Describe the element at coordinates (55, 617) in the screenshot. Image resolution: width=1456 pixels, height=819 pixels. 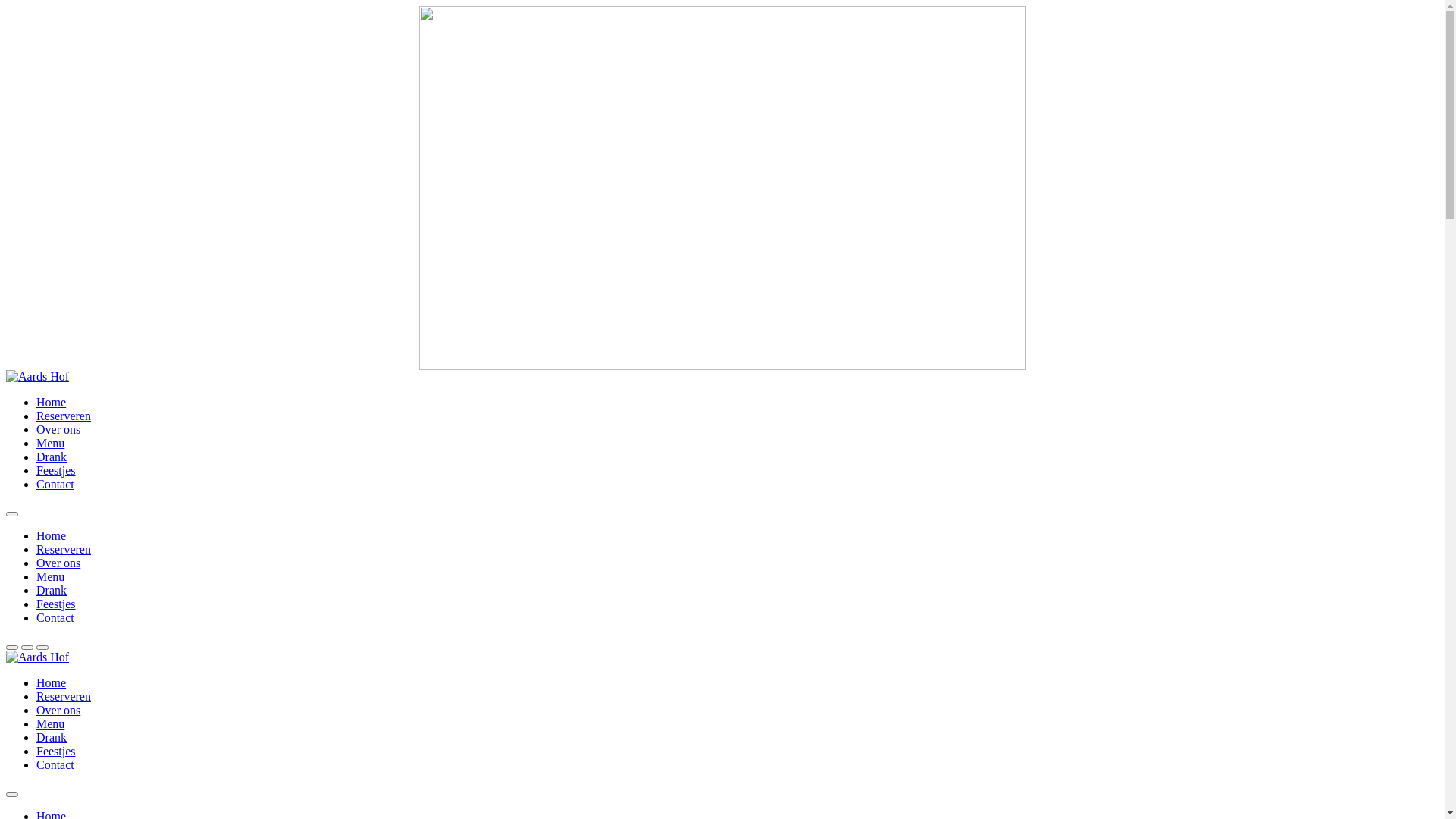
I see `'Contact'` at that location.